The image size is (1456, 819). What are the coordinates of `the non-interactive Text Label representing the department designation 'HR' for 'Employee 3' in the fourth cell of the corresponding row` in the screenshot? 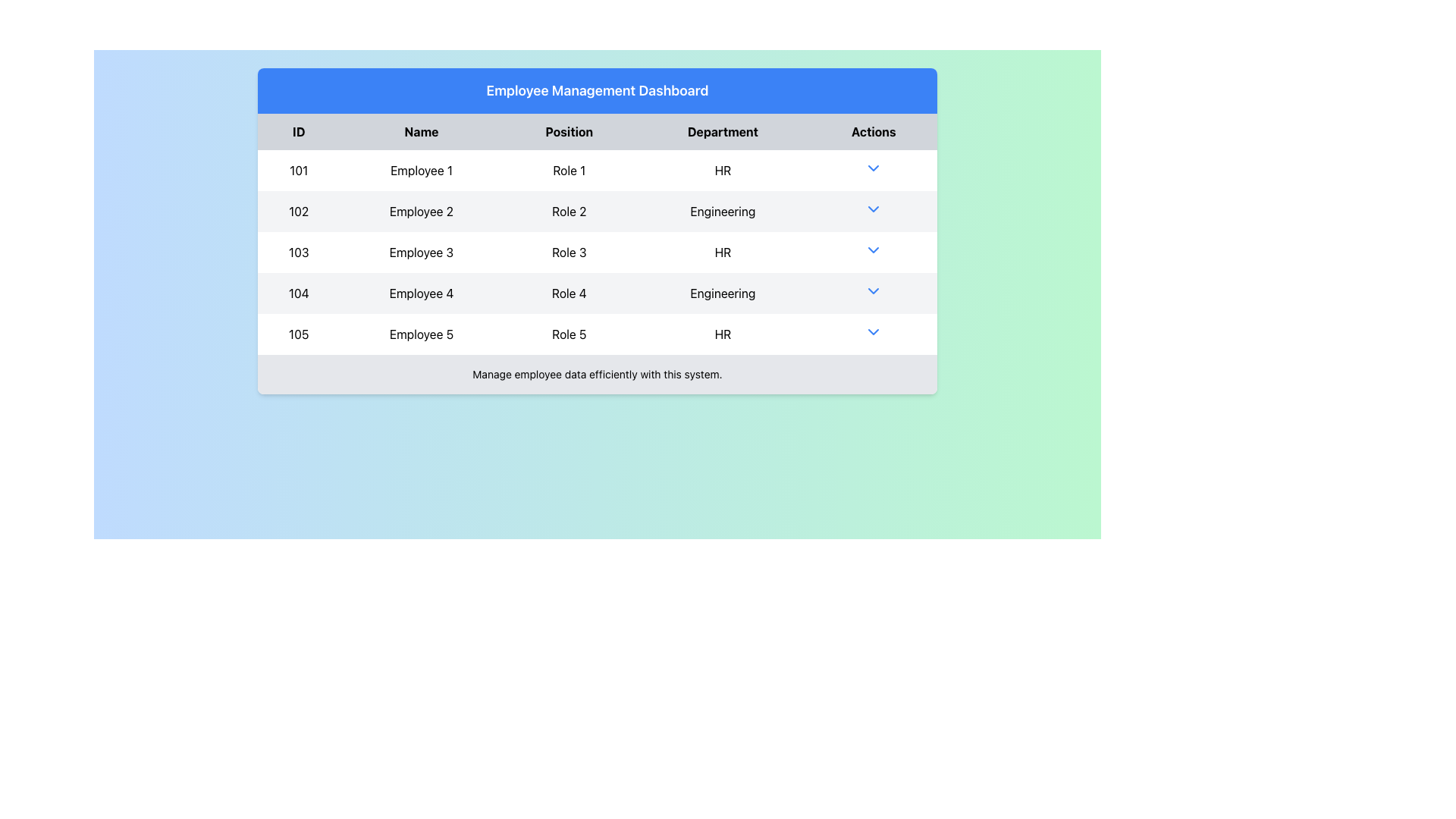 It's located at (722, 251).